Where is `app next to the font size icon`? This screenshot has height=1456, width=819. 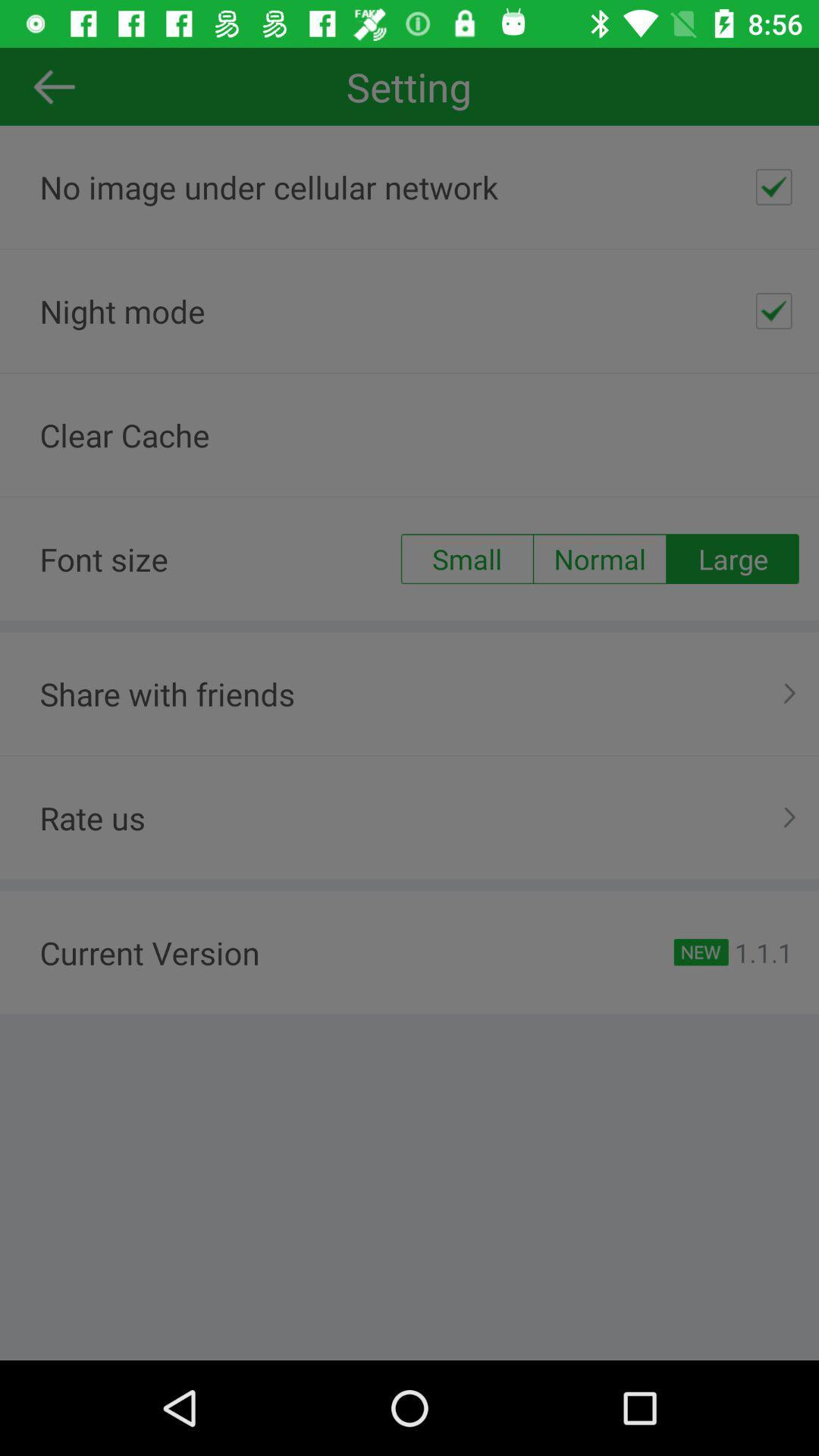
app next to the font size icon is located at coordinates (466, 558).